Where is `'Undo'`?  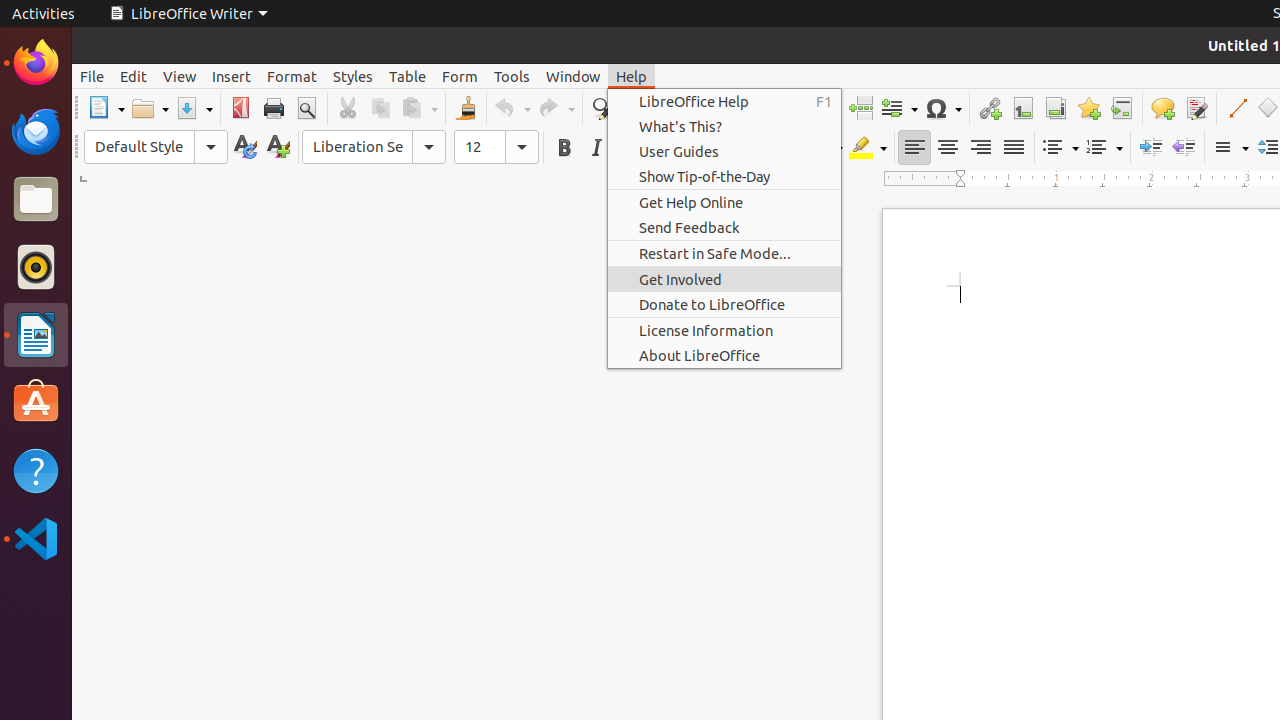 'Undo' is located at coordinates (512, 108).